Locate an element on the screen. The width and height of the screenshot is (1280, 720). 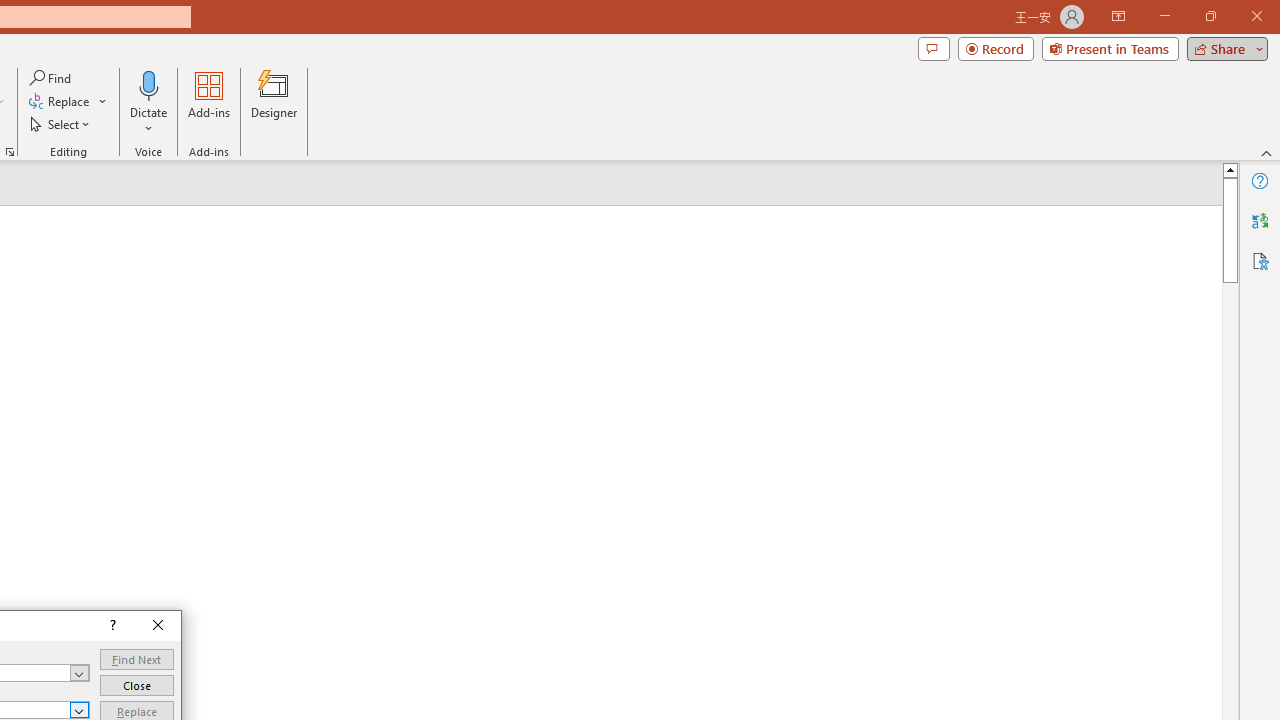
'Select' is located at coordinates (61, 124).